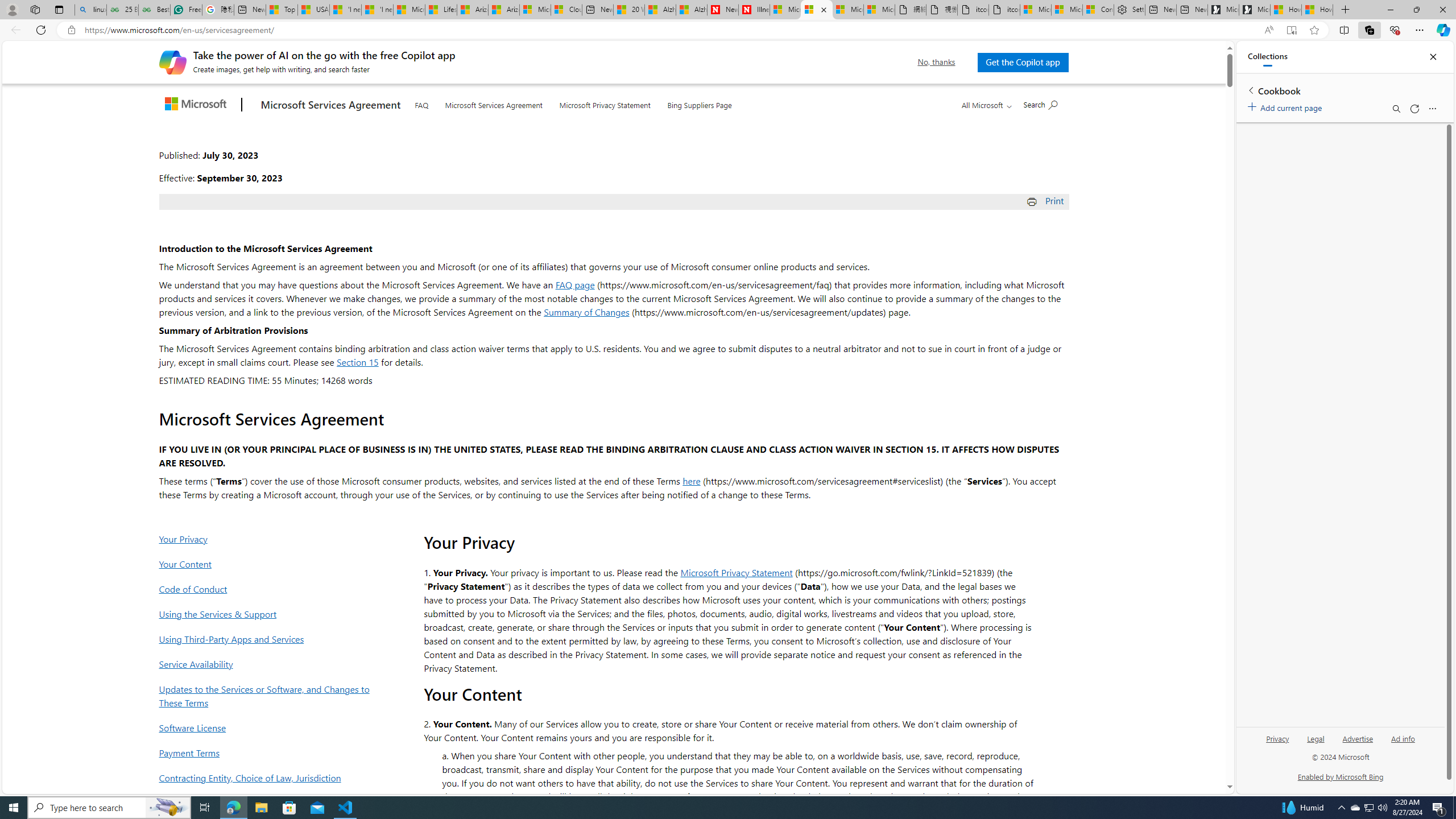 The image size is (1456, 819). What do you see at coordinates (1316, 738) in the screenshot?
I see `'Legal'` at bounding box center [1316, 738].